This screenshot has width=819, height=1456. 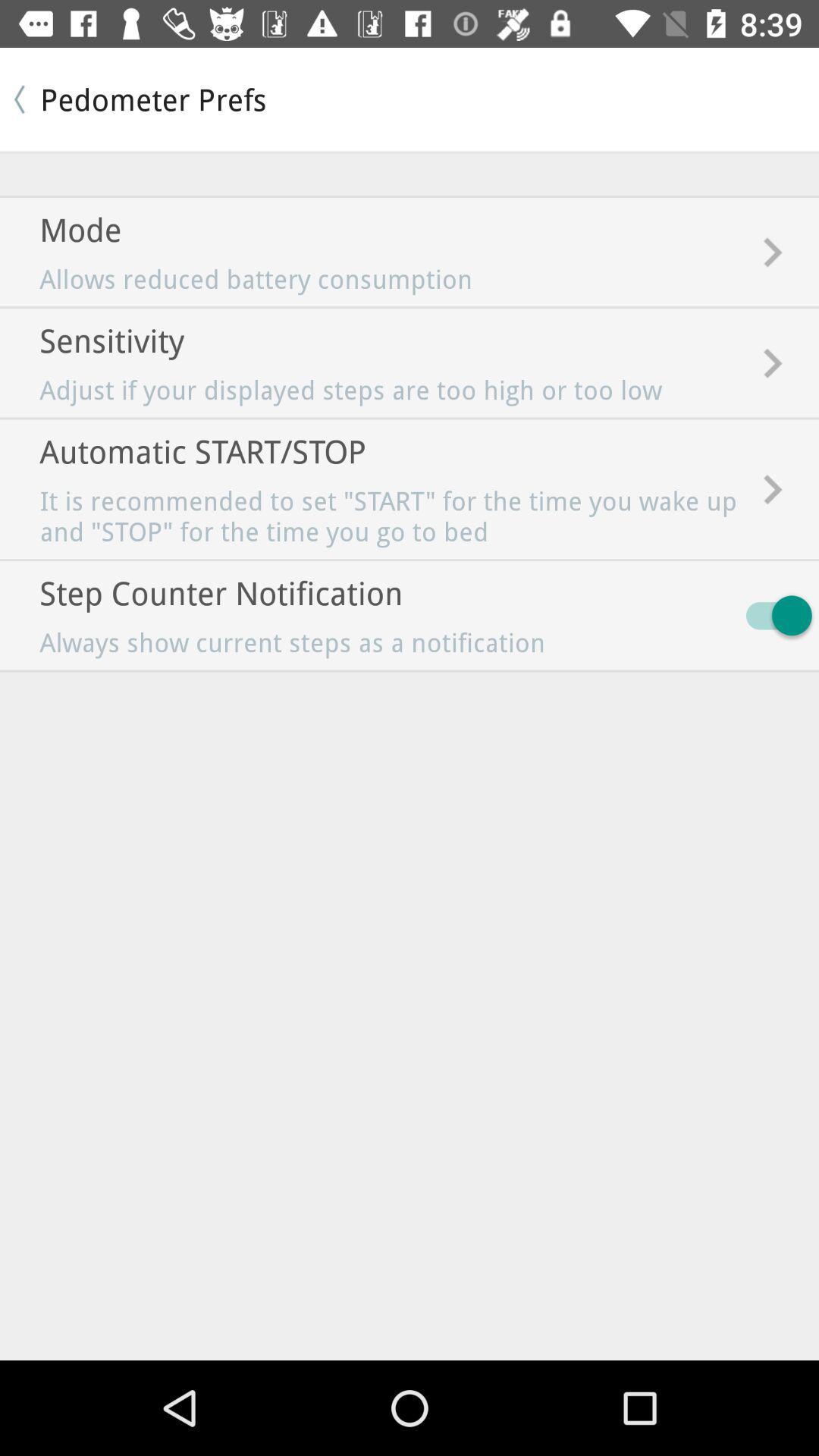 I want to click on the item next to always show current icon, so click(x=771, y=615).